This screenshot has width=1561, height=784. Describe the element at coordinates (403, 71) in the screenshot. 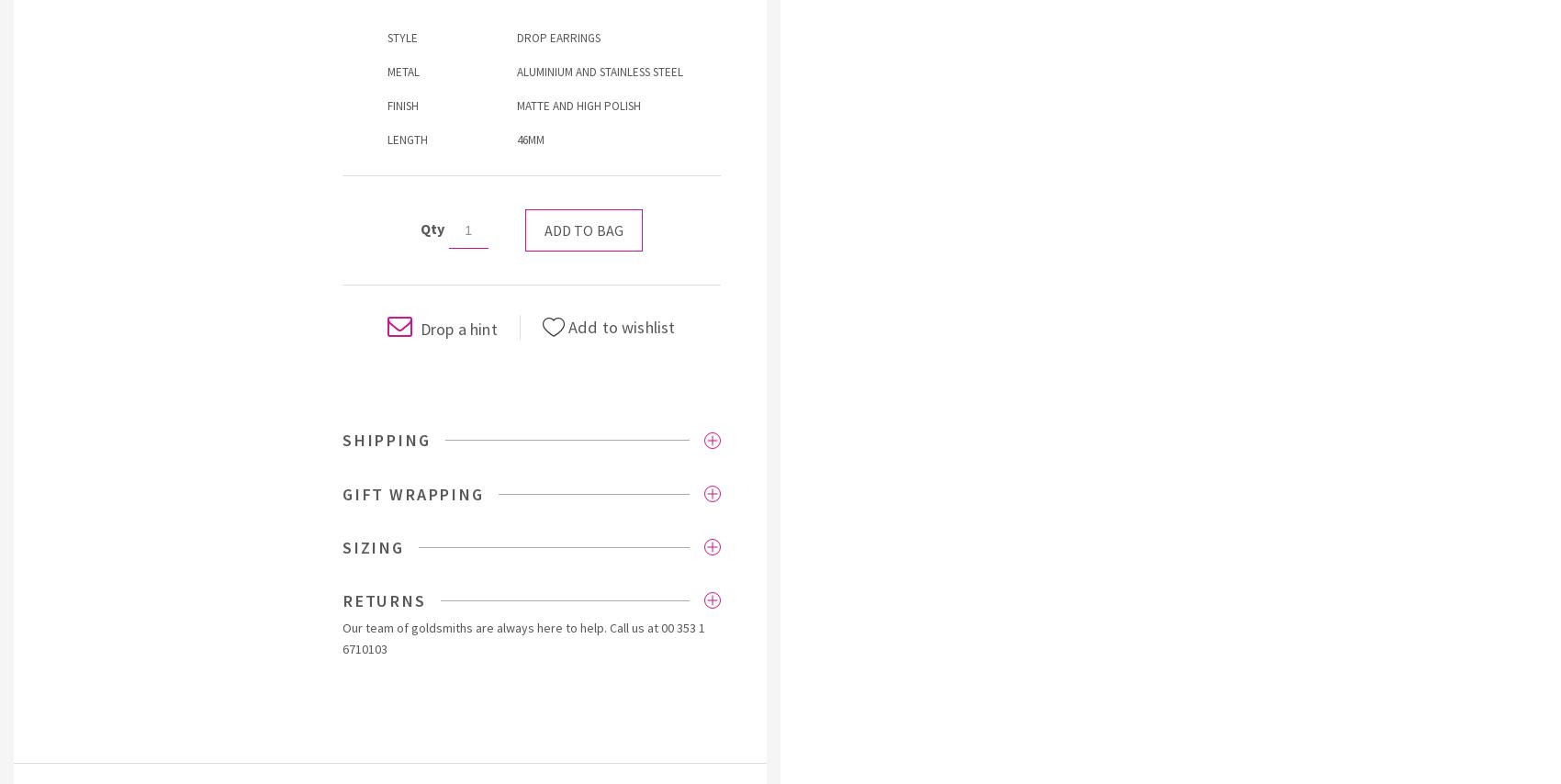

I see `'METAL'` at that location.